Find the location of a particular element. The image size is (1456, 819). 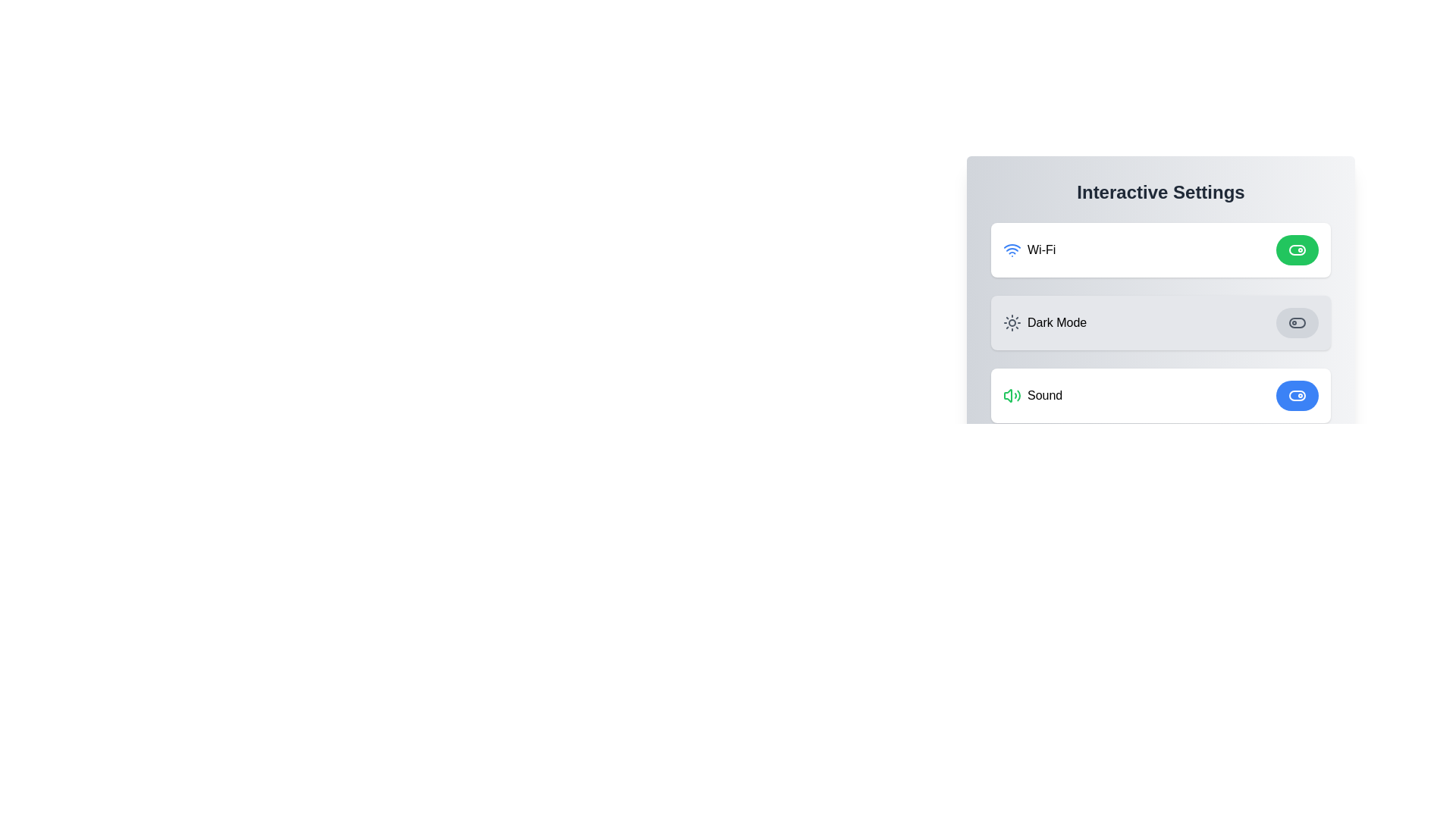

the 'Sound' toggle switch component, which is styled using an SVG graphical interface is located at coordinates (1296, 394).